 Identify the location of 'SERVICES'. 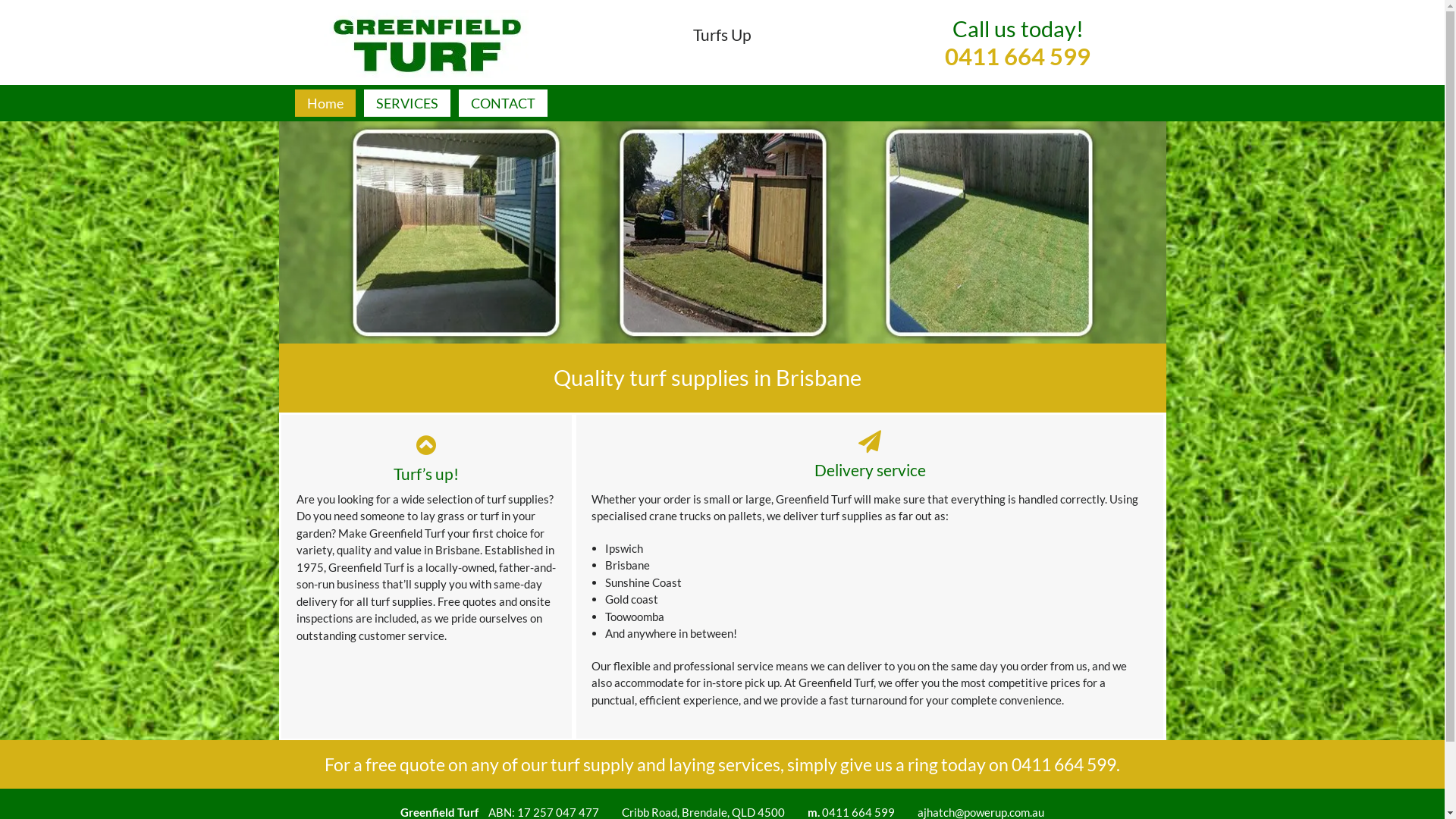
(364, 102).